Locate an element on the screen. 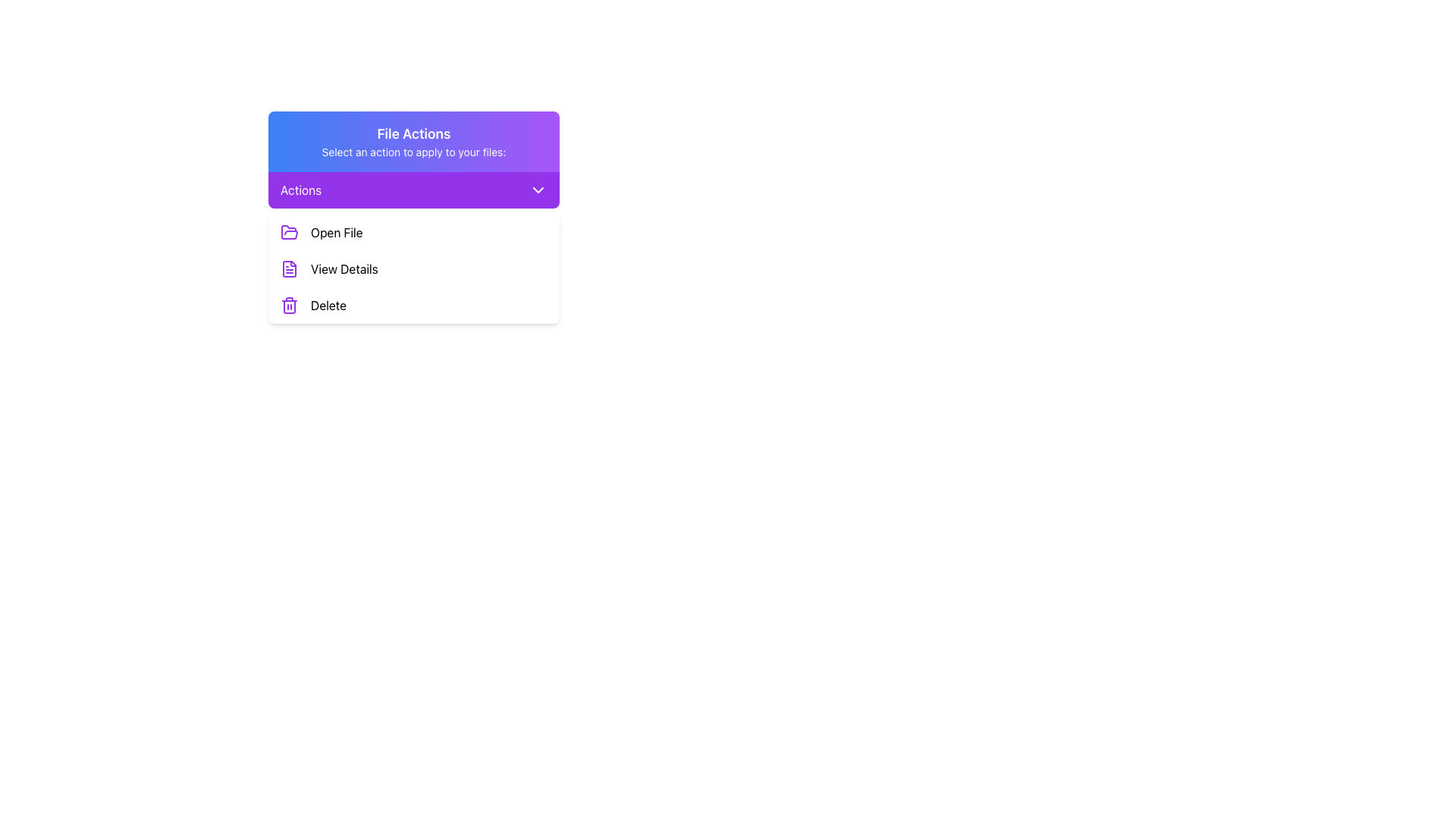 The height and width of the screenshot is (819, 1456). to select the 'View Details' menu option, which is the second item in the 'File Actions' menu, positioned below 'Open File' and above 'Delete' is located at coordinates (414, 268).